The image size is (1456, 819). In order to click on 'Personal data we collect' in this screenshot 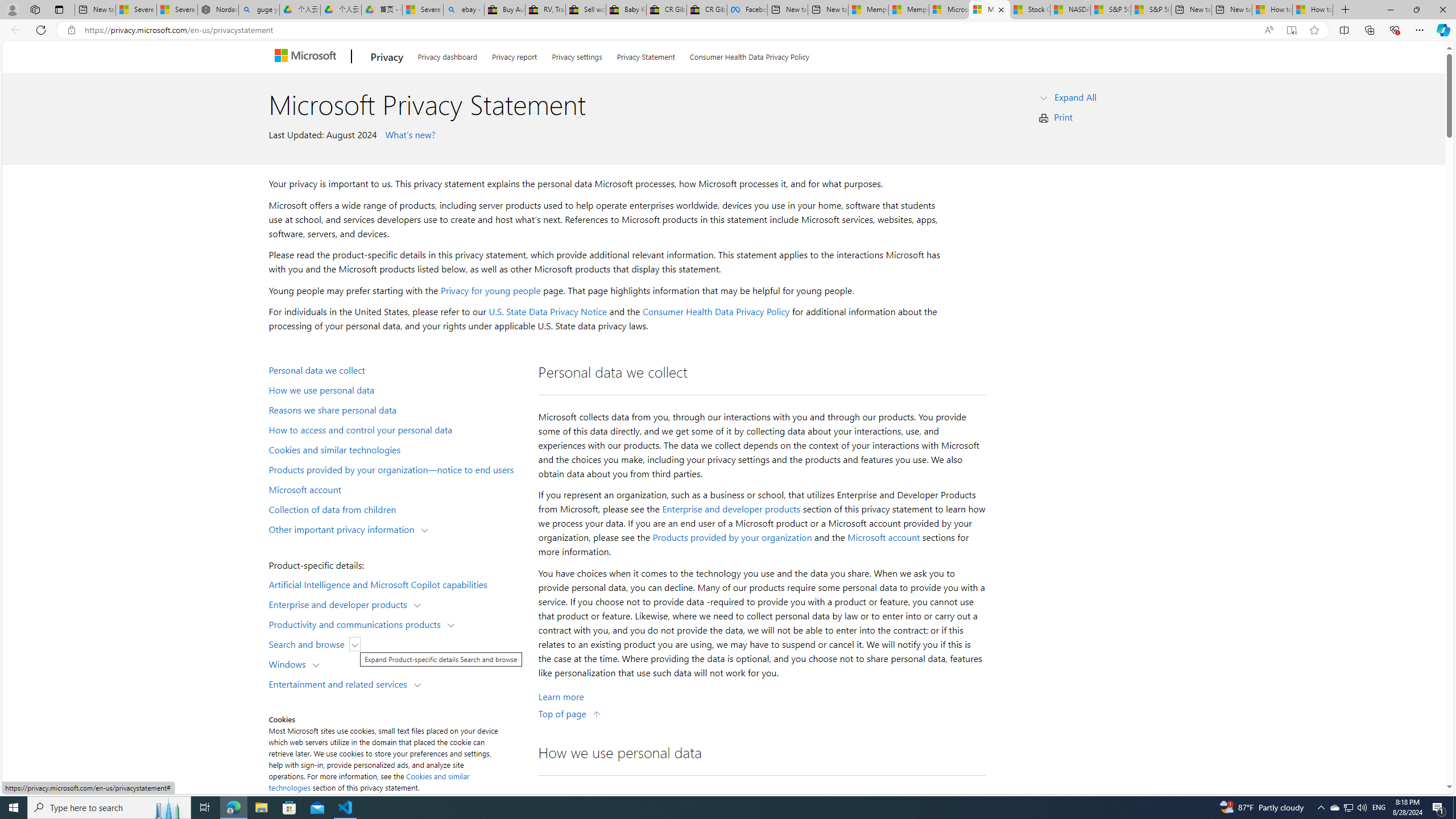, I will do `click(396, 369)`.